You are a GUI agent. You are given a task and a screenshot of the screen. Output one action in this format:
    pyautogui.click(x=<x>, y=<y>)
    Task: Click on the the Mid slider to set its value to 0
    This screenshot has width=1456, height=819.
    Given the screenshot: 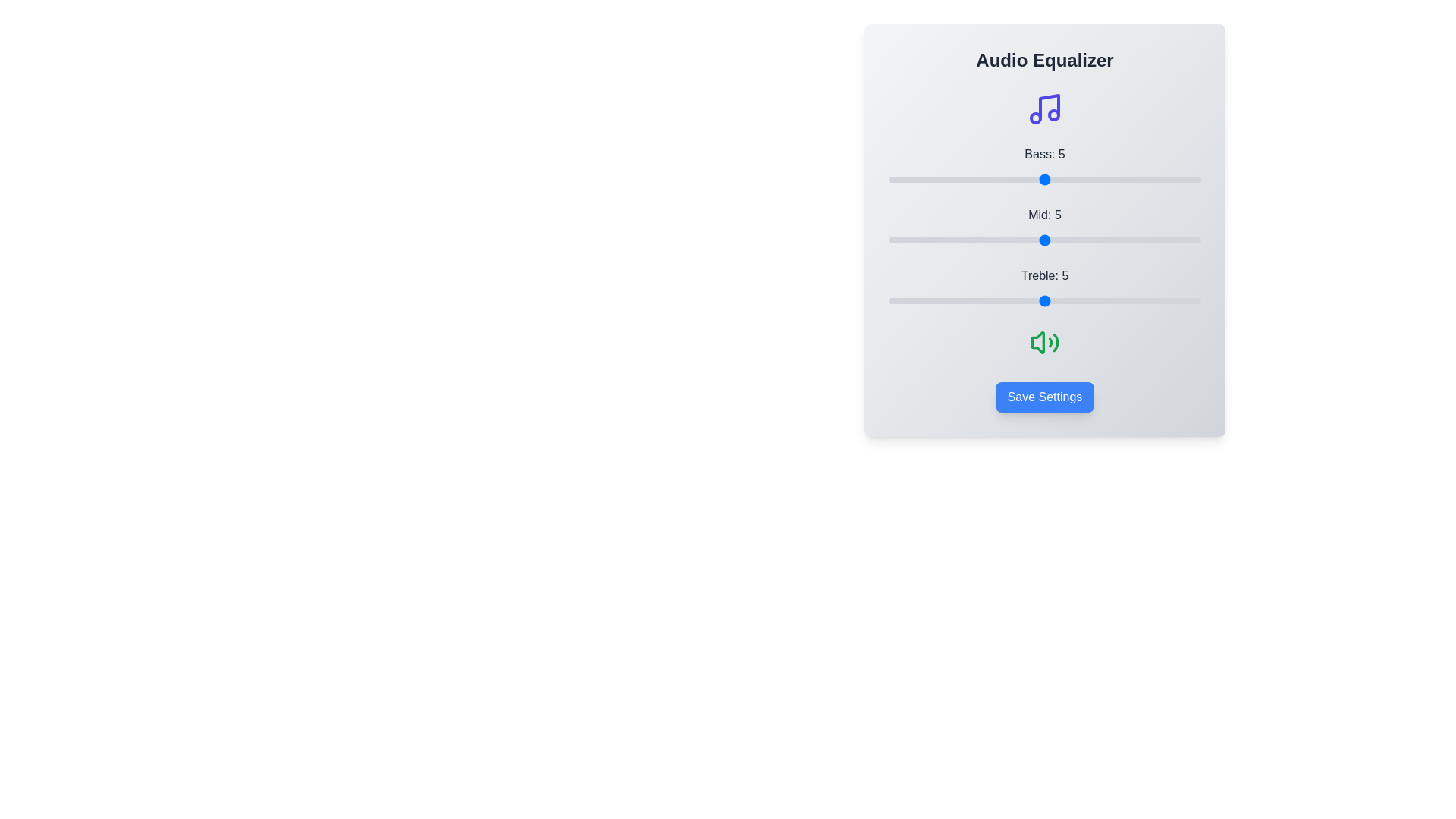 What is the action you would take?
    pyautogui.click(x=888, y=239)
    